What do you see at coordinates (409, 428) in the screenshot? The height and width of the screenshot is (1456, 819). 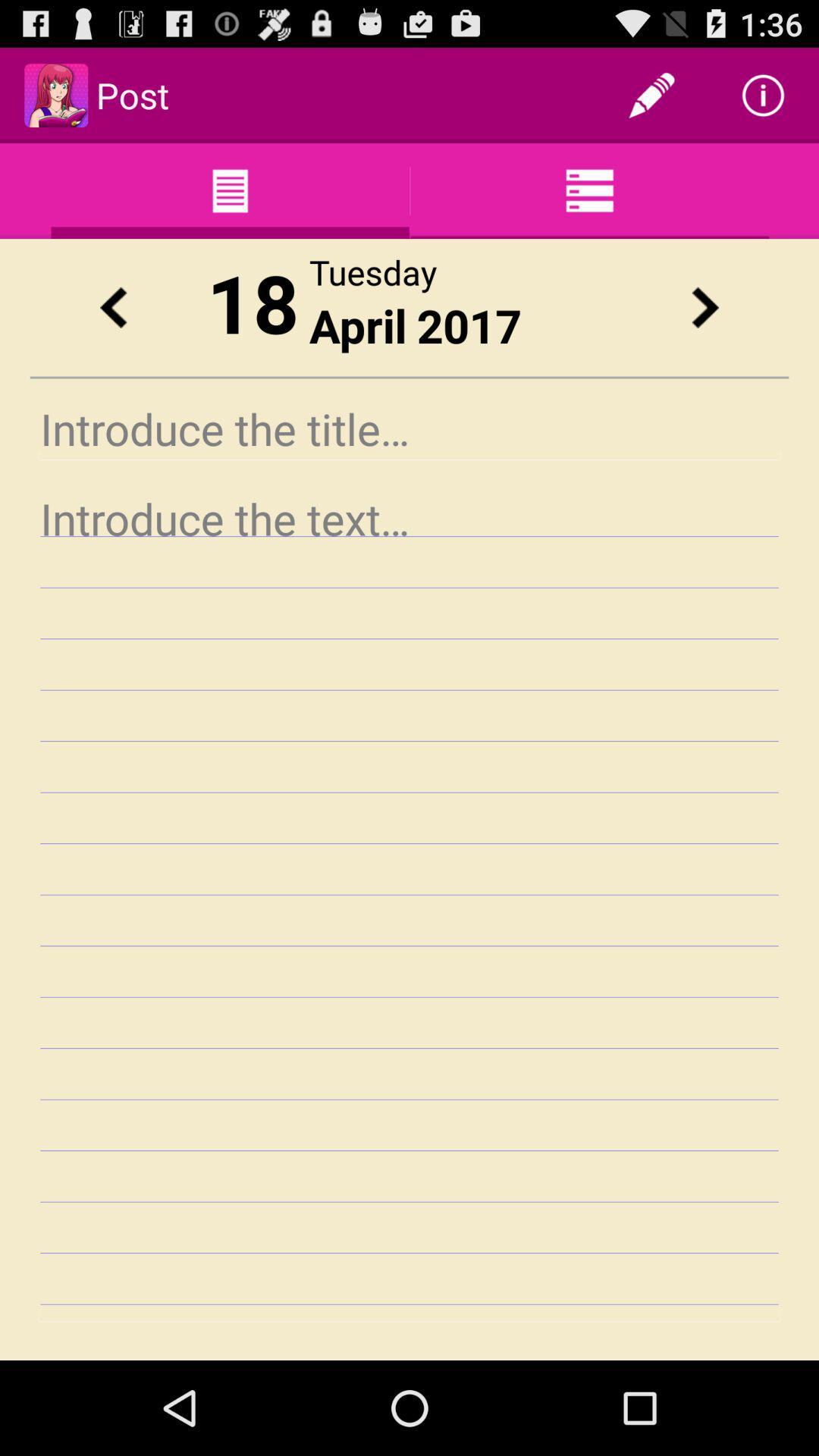 I see `introduction the title` at bounding box center [409, 428].